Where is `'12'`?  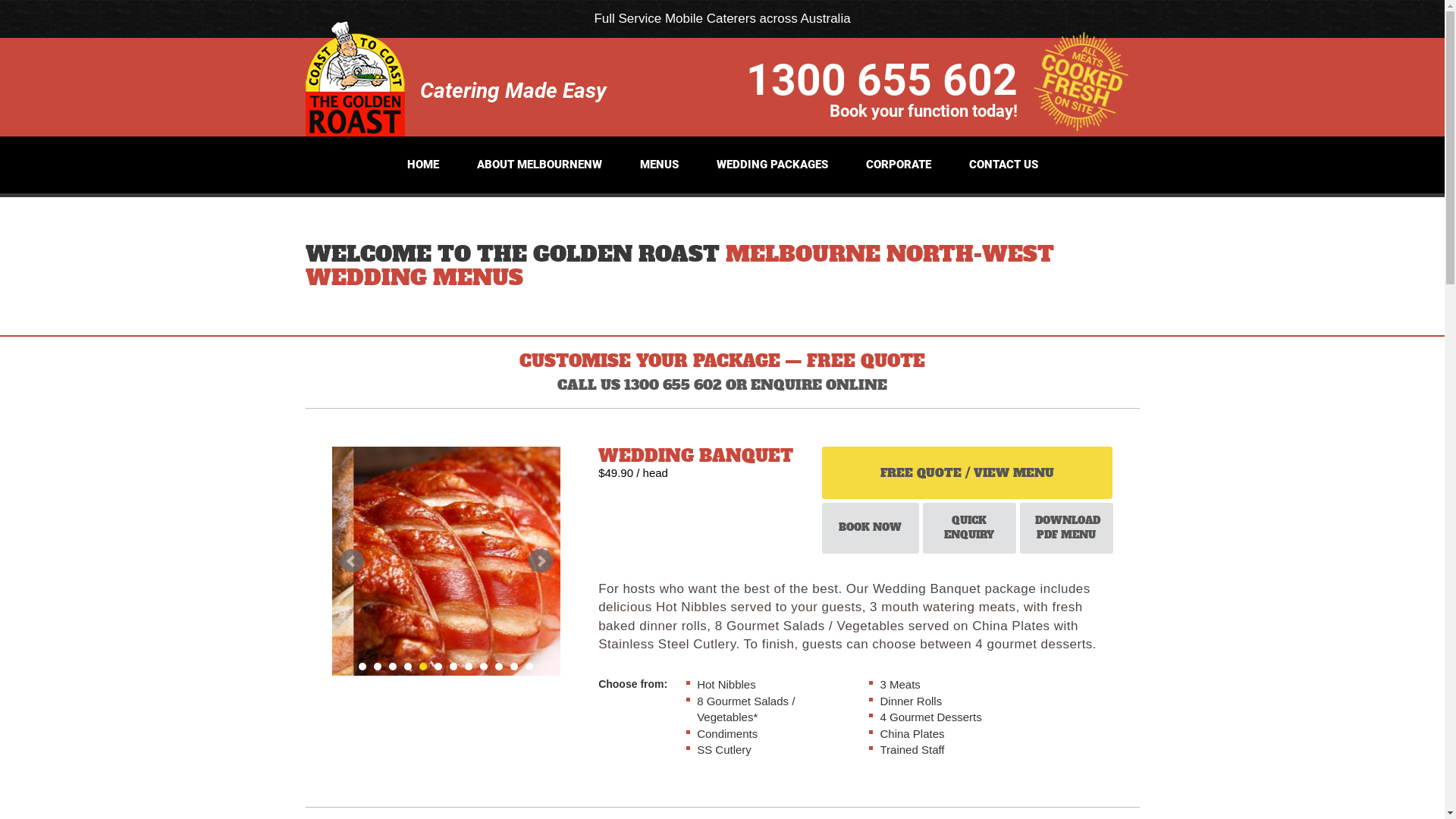
'12' is located at coordinates (525, 666).